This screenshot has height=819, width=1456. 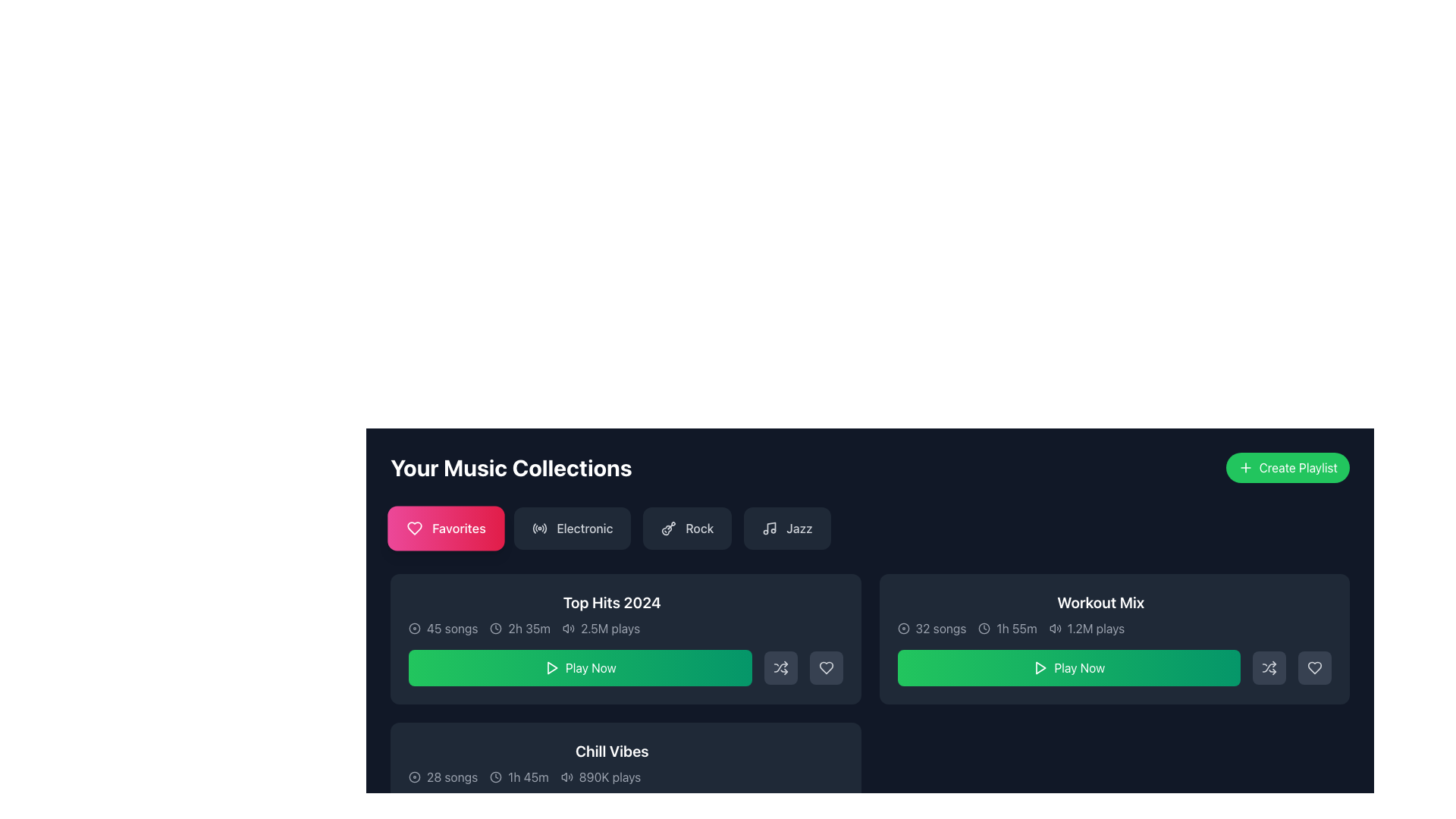 What do you see at coordinates (458, 528) in the screenshot?
I see `informational text label 'Favorites' which is centered within its pink gradient button in the menu bar below 'Your Music Collections'` at bounding box center [458, 528].